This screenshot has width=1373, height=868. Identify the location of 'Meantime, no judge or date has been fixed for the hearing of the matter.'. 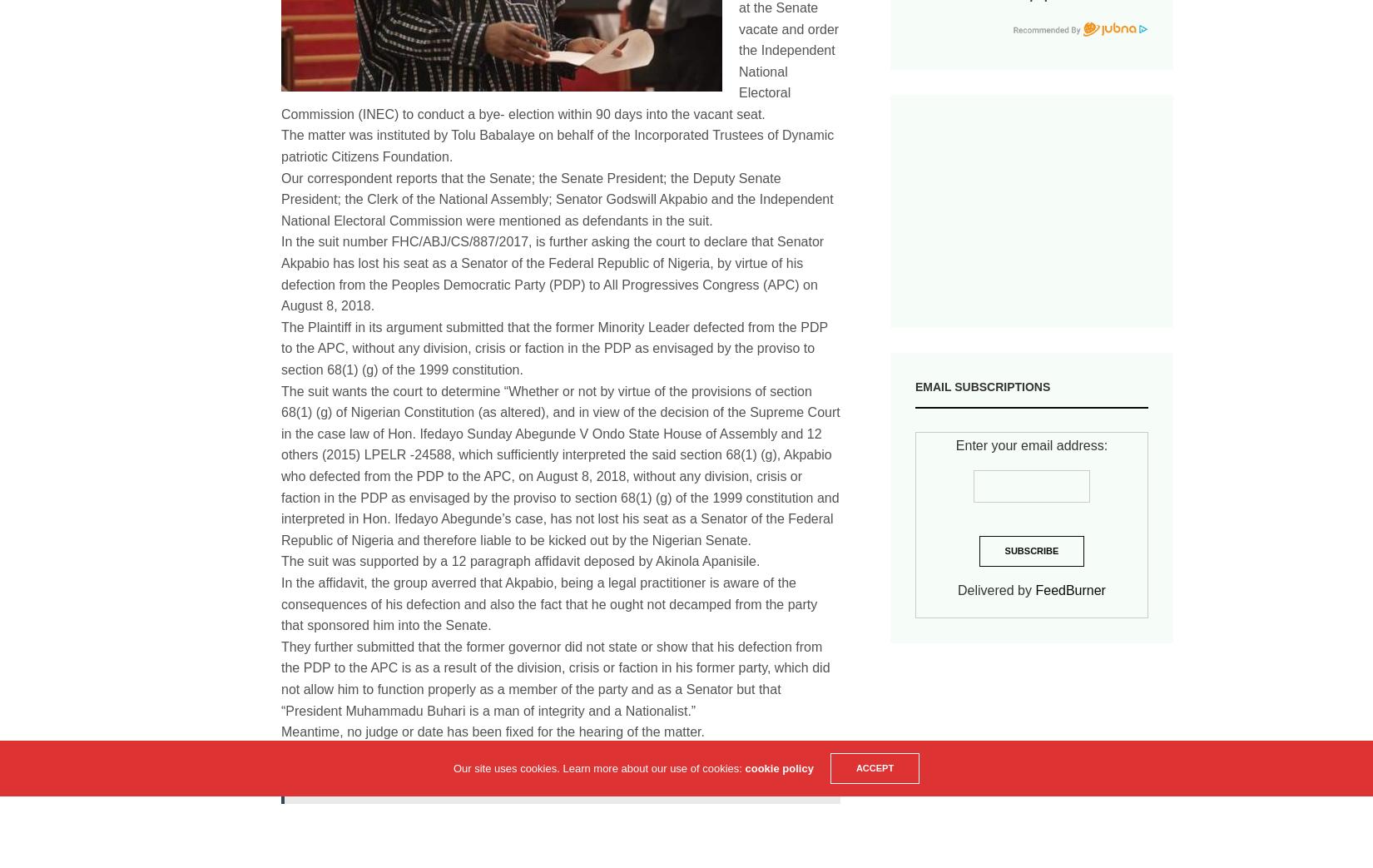
(492, 732).